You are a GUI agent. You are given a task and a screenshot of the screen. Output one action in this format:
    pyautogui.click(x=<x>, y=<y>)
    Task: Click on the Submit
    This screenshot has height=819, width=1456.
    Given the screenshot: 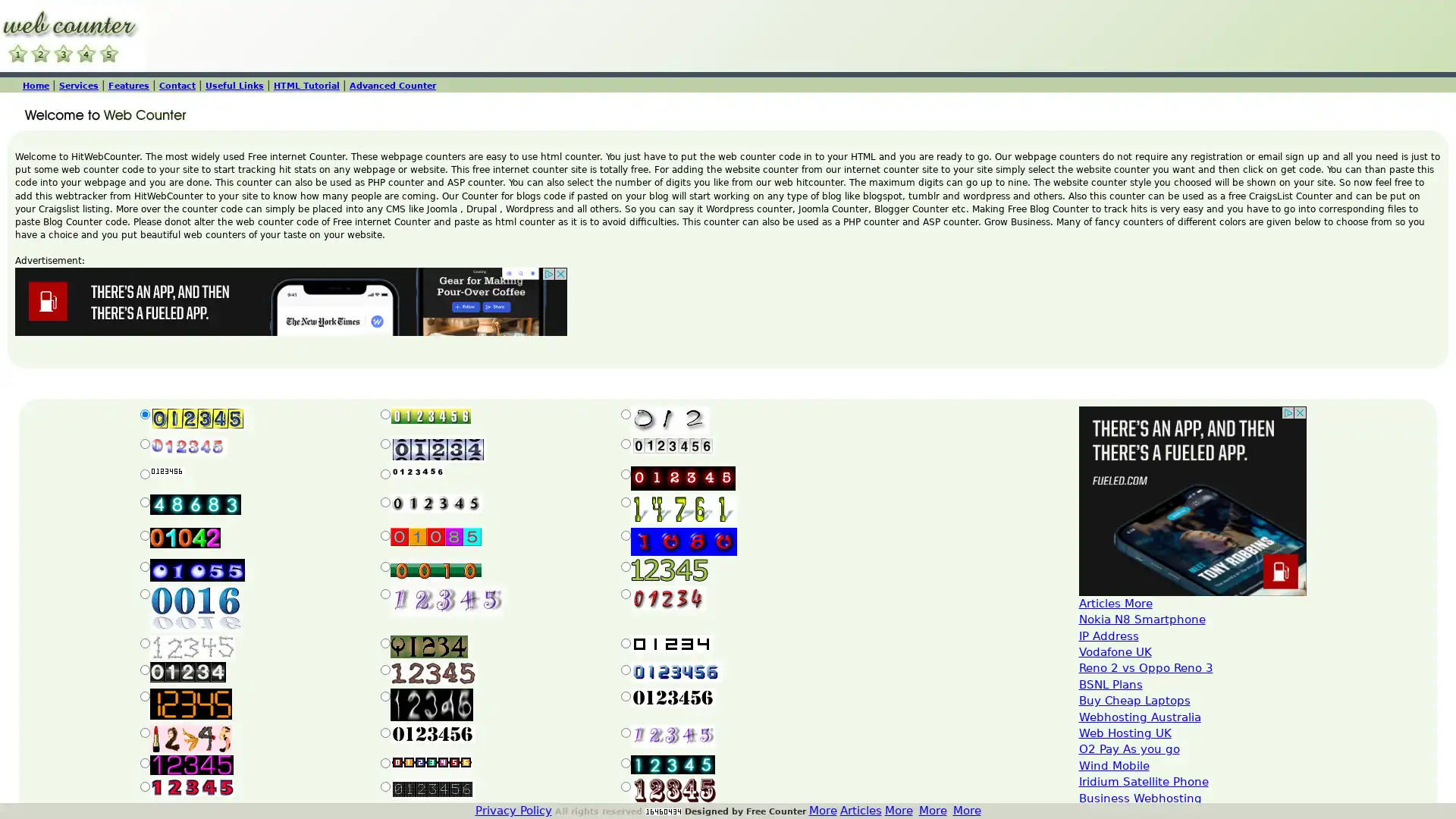 What is the action you would take?
    pyautogui.click(x=436, y=448)
    